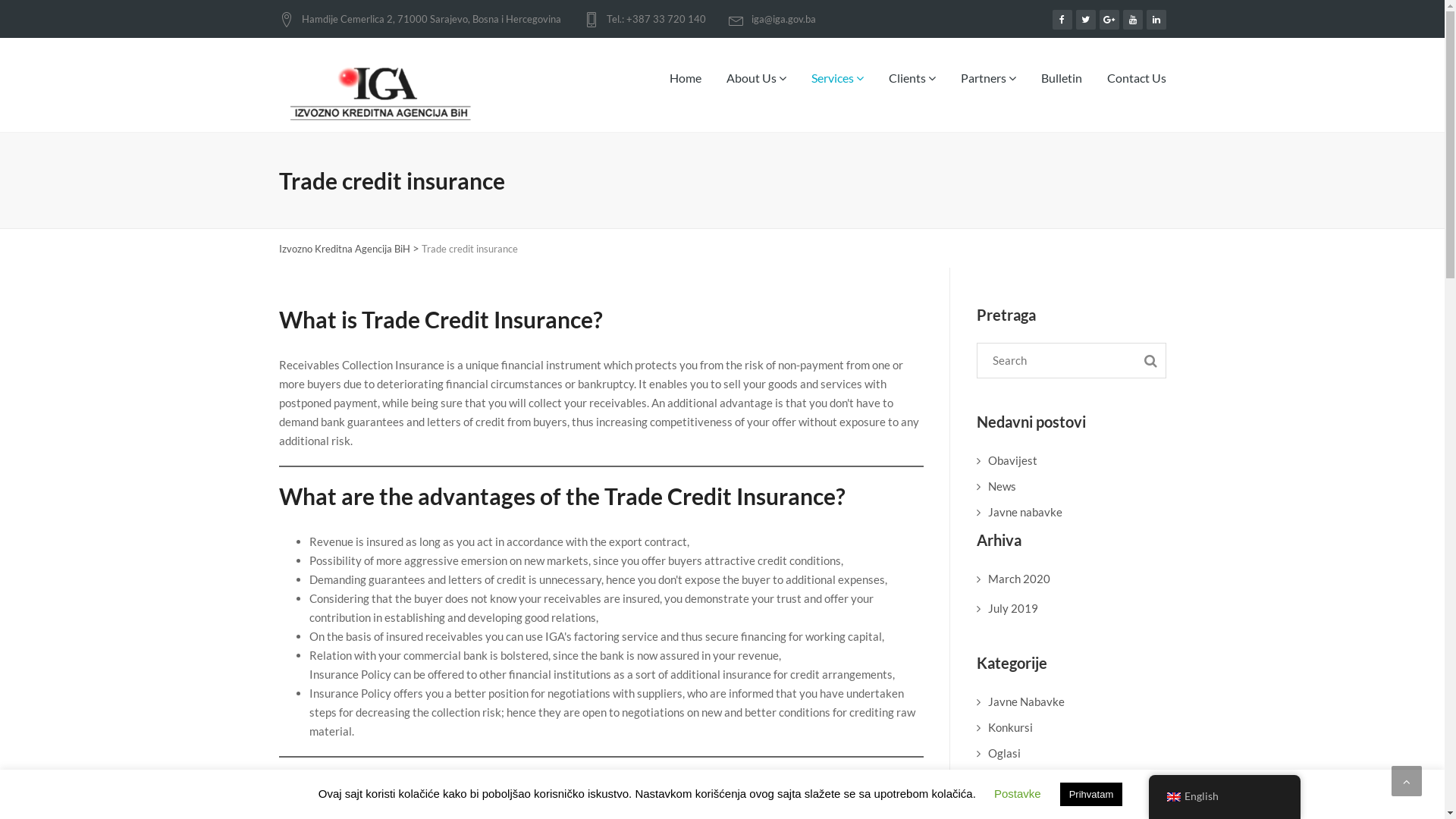  Describe the element at coordinates (910, 89) in the screenshot. I see `'Clients'` at that location.